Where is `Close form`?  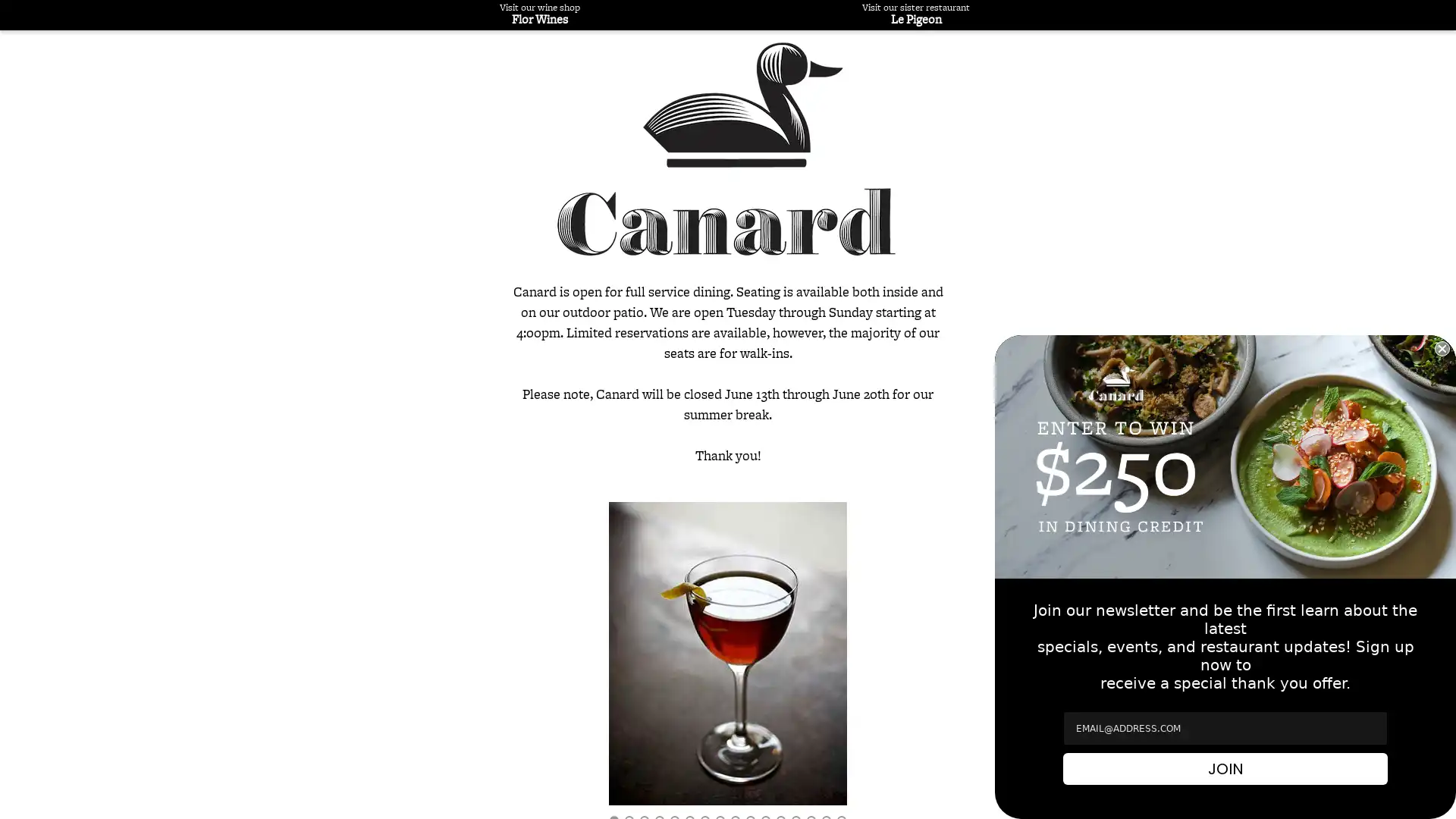 Close form is located at coordinates (1441, 348).